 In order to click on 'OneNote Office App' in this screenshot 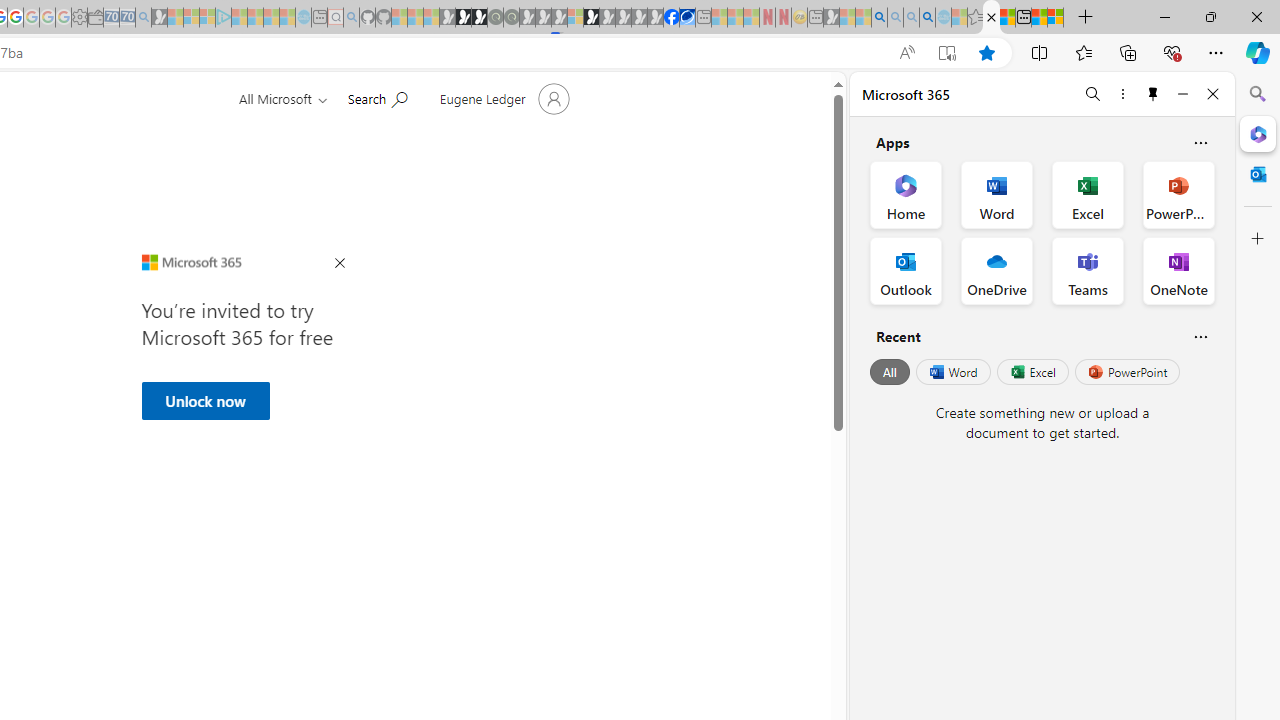, I will do `click(1178, 271)`.